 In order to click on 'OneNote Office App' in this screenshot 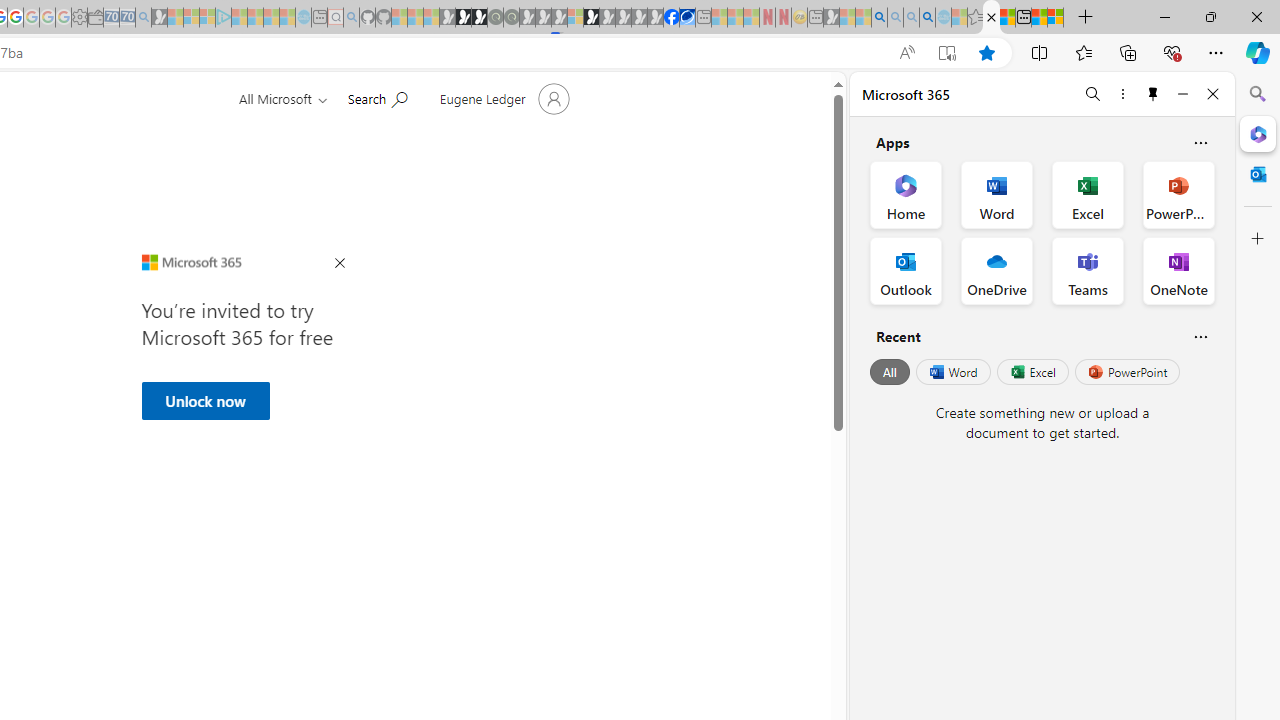, I will do `click(1178, 271)`.